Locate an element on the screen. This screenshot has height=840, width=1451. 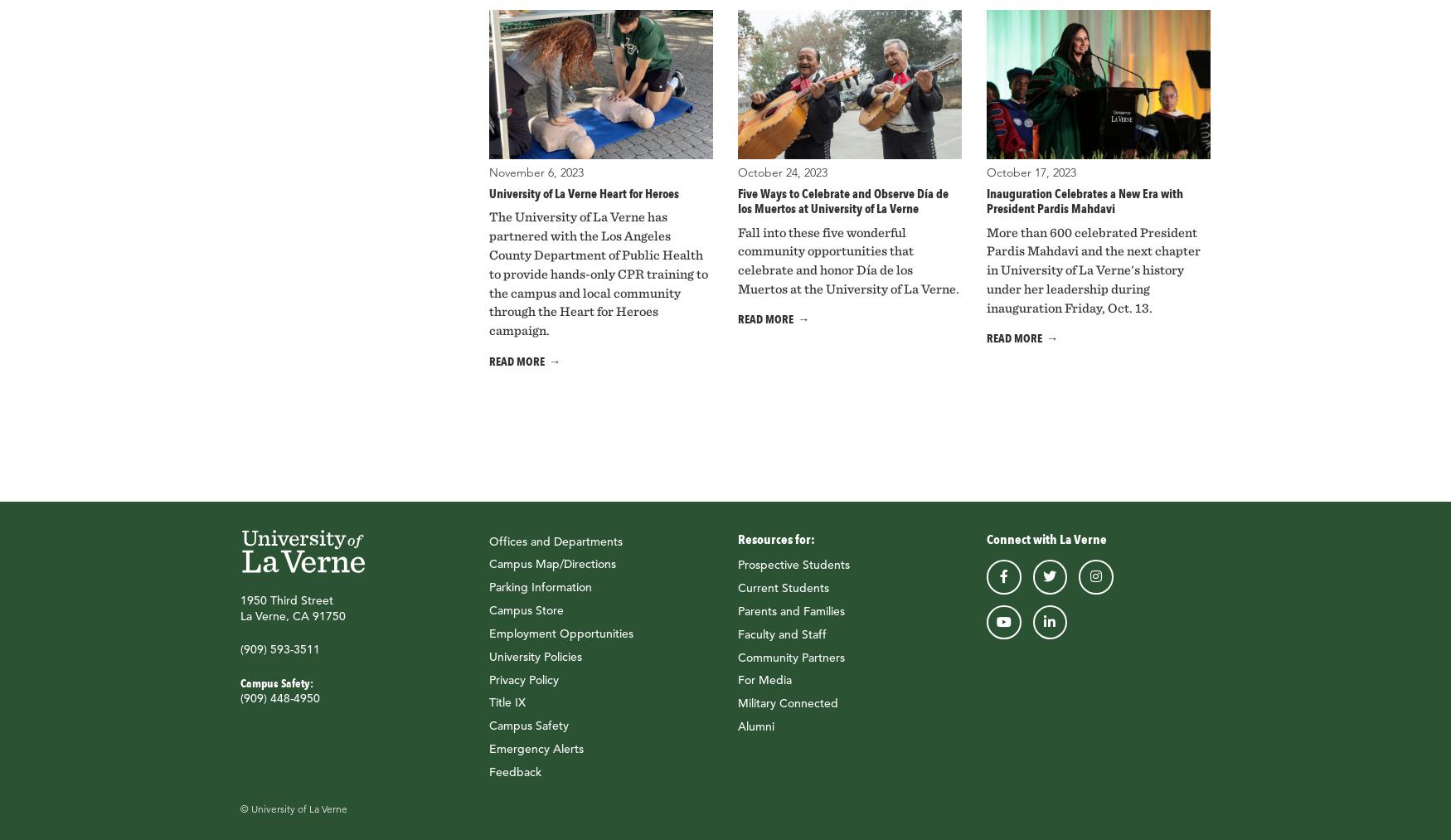
'Parents and Families' is located at coordinates (791, 610).